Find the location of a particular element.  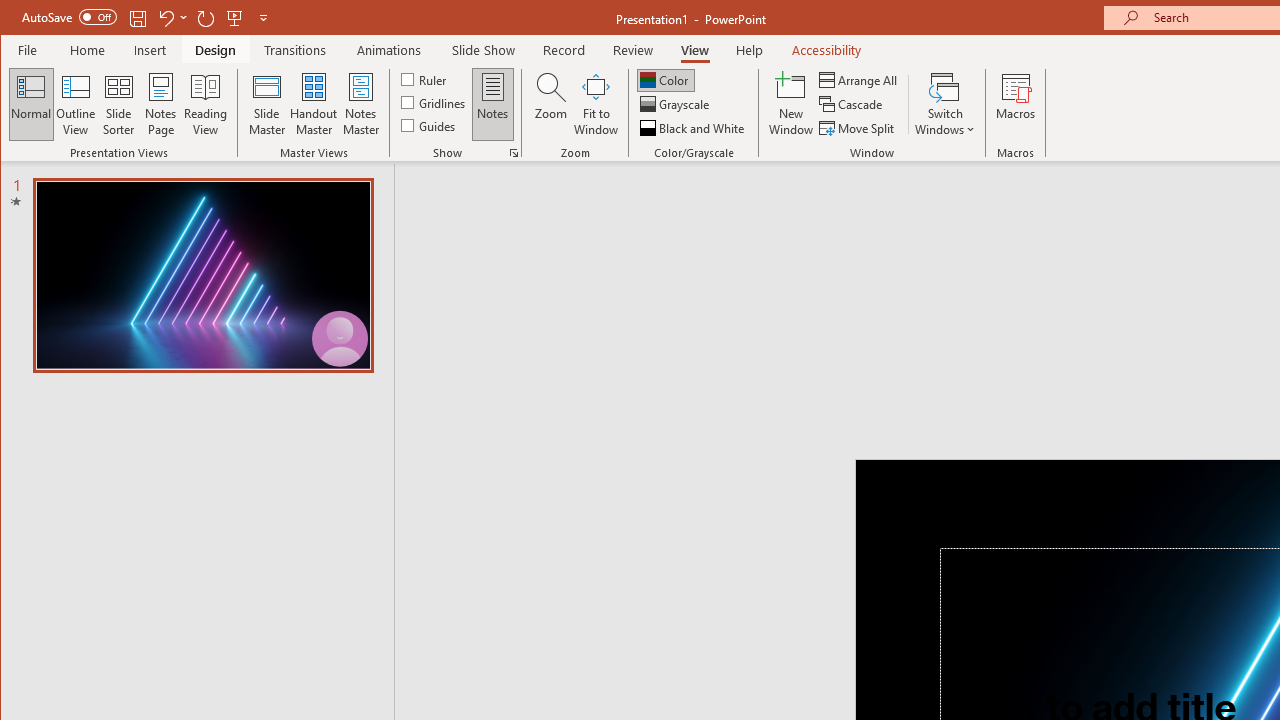

'Notes Page' is located at coordinates (160, 104).